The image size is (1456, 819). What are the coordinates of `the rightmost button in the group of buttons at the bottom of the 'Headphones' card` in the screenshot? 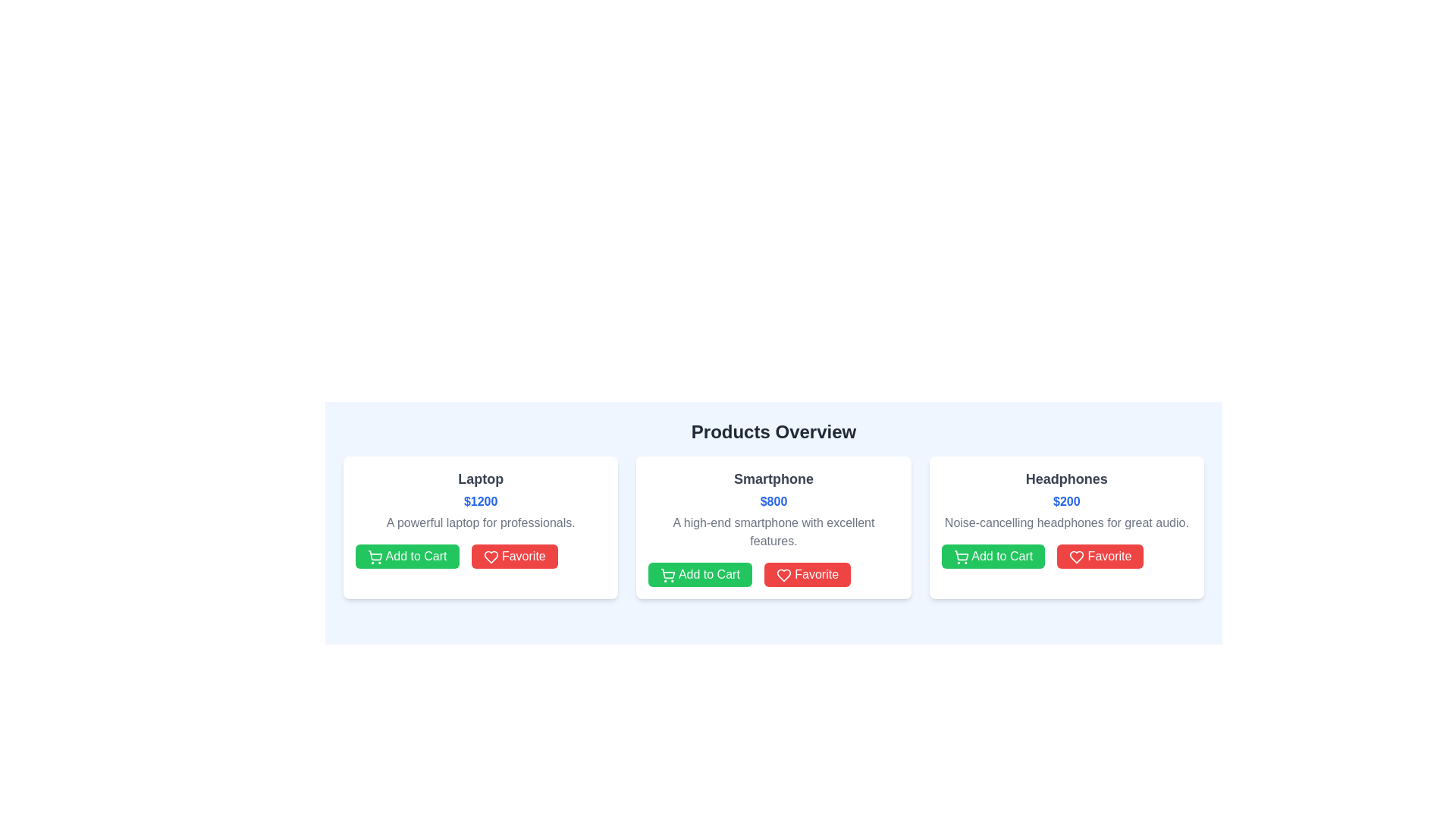 It's located at (1100, 556).